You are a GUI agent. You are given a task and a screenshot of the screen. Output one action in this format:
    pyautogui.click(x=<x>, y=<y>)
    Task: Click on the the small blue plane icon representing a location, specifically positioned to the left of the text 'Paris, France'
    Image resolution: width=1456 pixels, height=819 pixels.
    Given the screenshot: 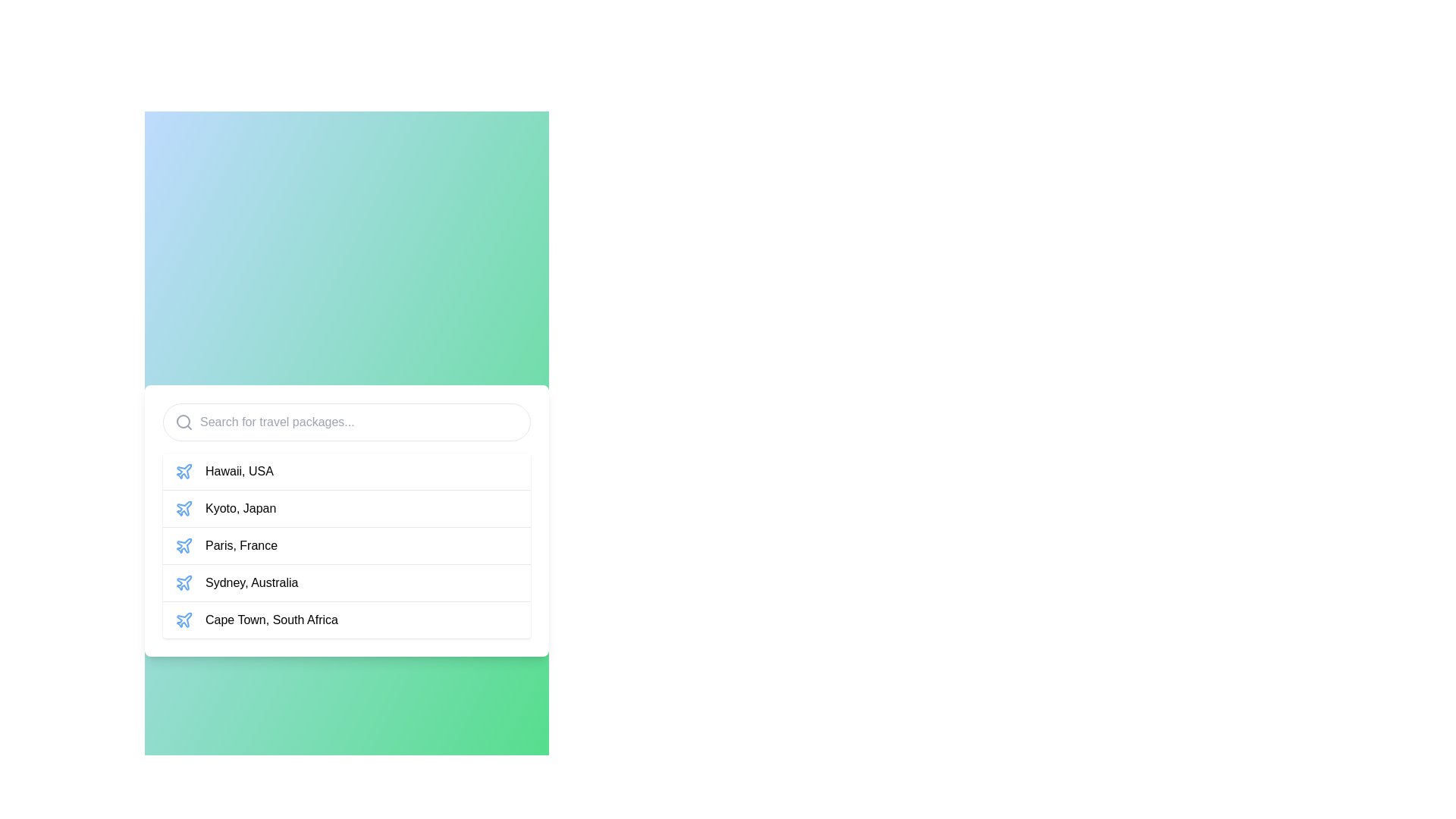 What is the action you would take?
    pyautogui.click(x=184, y=546)
    